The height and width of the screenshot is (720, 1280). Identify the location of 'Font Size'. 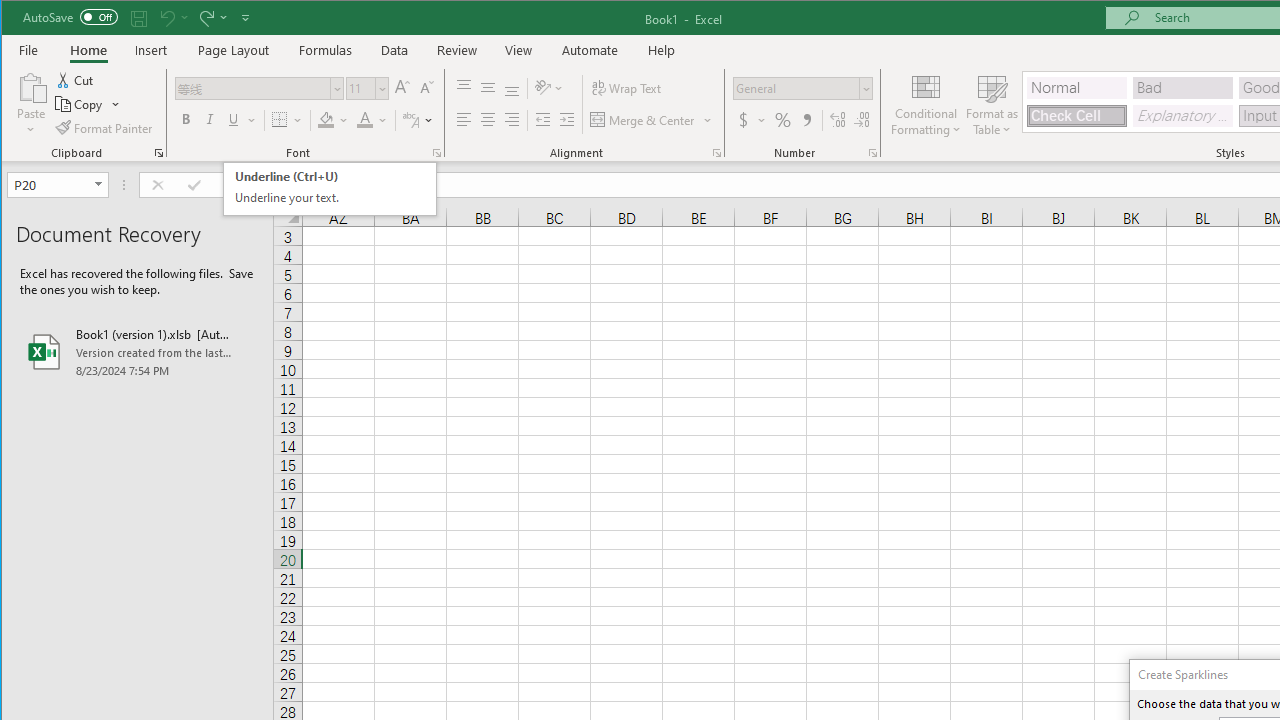
(360, 87).